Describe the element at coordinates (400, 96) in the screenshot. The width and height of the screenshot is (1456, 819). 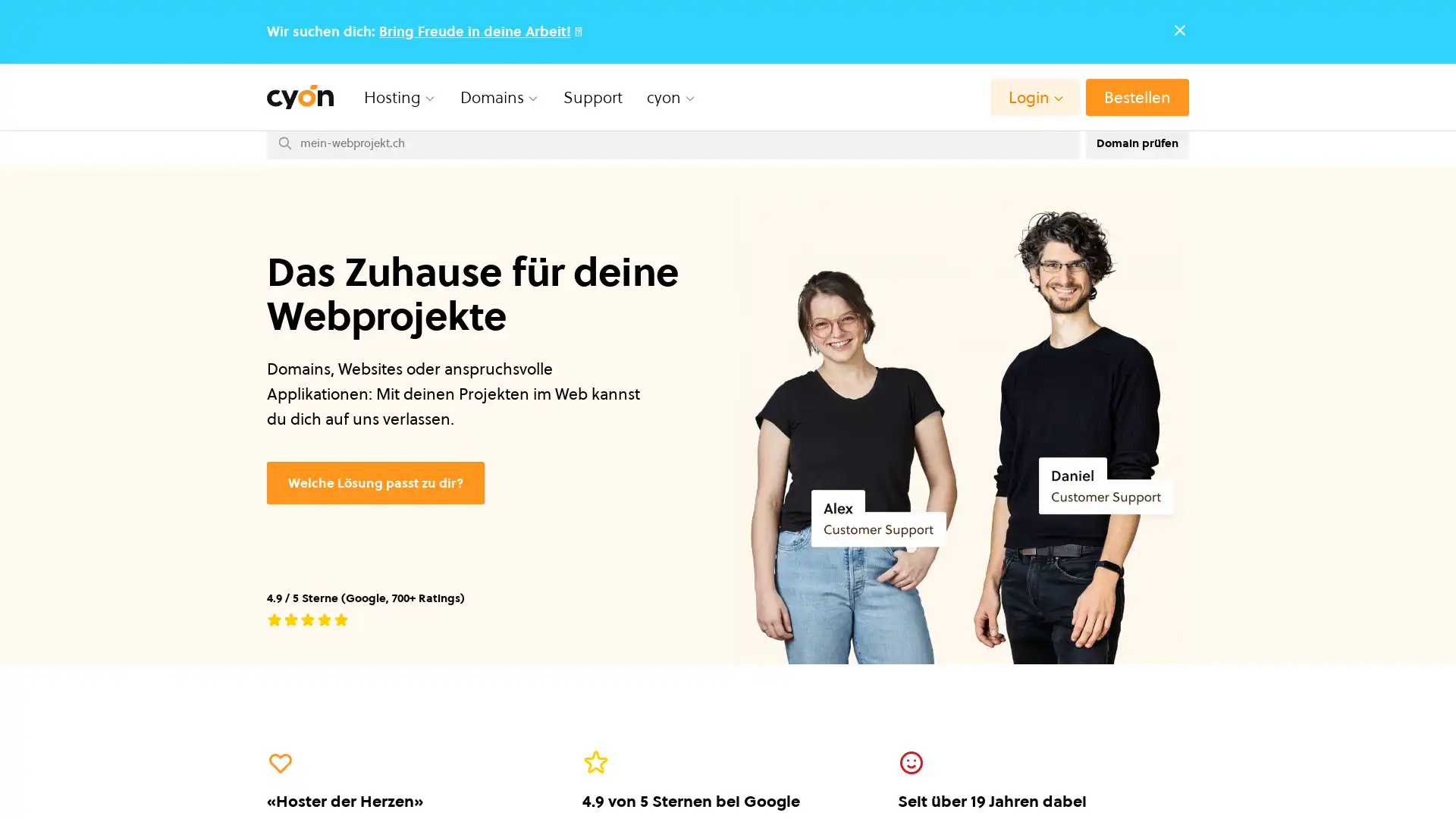
I see `Hosting` at that location.